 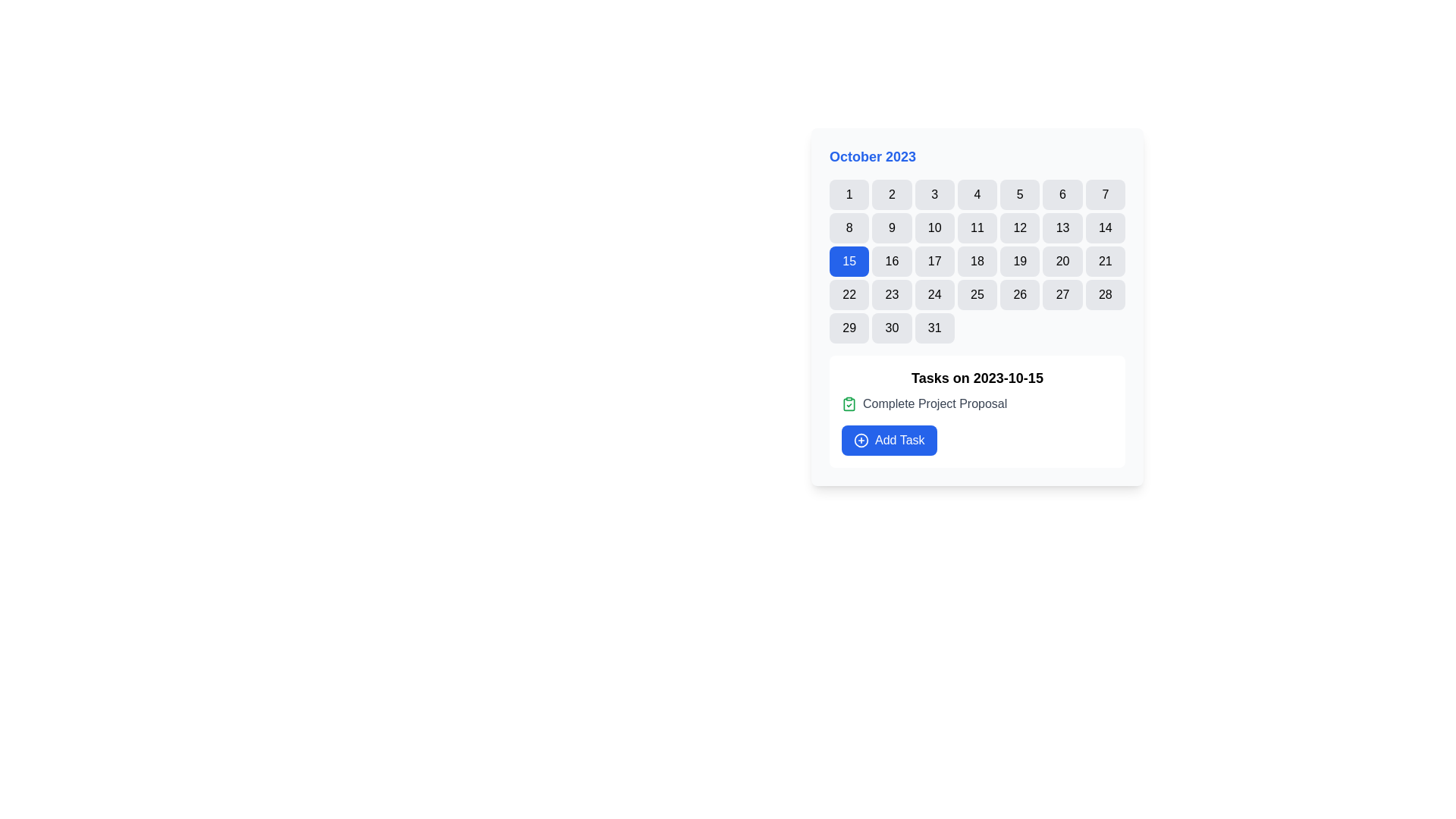 What do you see at coordinates (892, 295) in the screenshot?
I see `the button displaying the number '23' in the calendar grid to change its background color` at bounding box center [892, 295].